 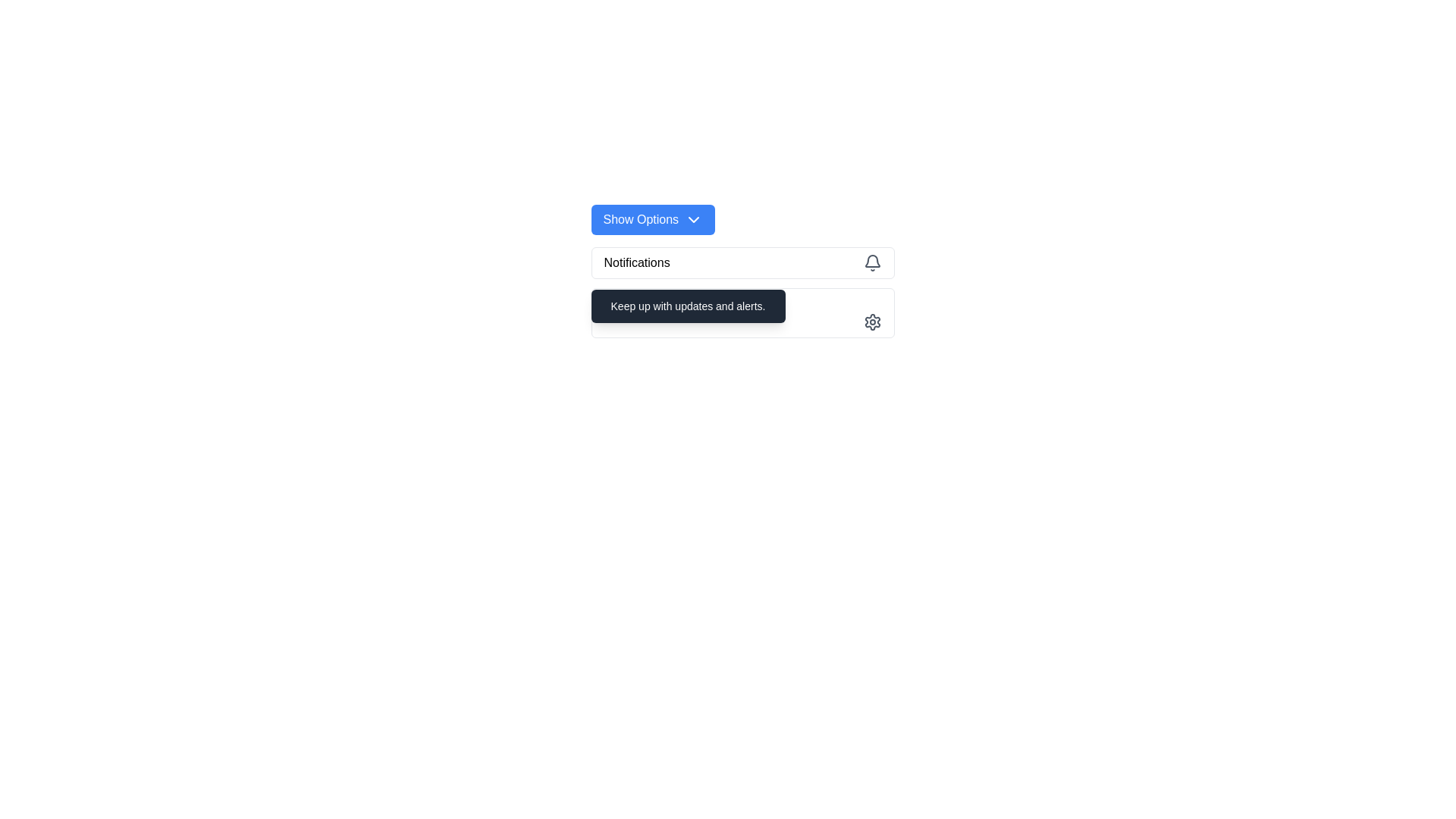 I want to click on the icon or SVG graphic located at the rightmost position within the 'Settings' button, adjacent to the text 'Settings', so click(x=872, y=321).